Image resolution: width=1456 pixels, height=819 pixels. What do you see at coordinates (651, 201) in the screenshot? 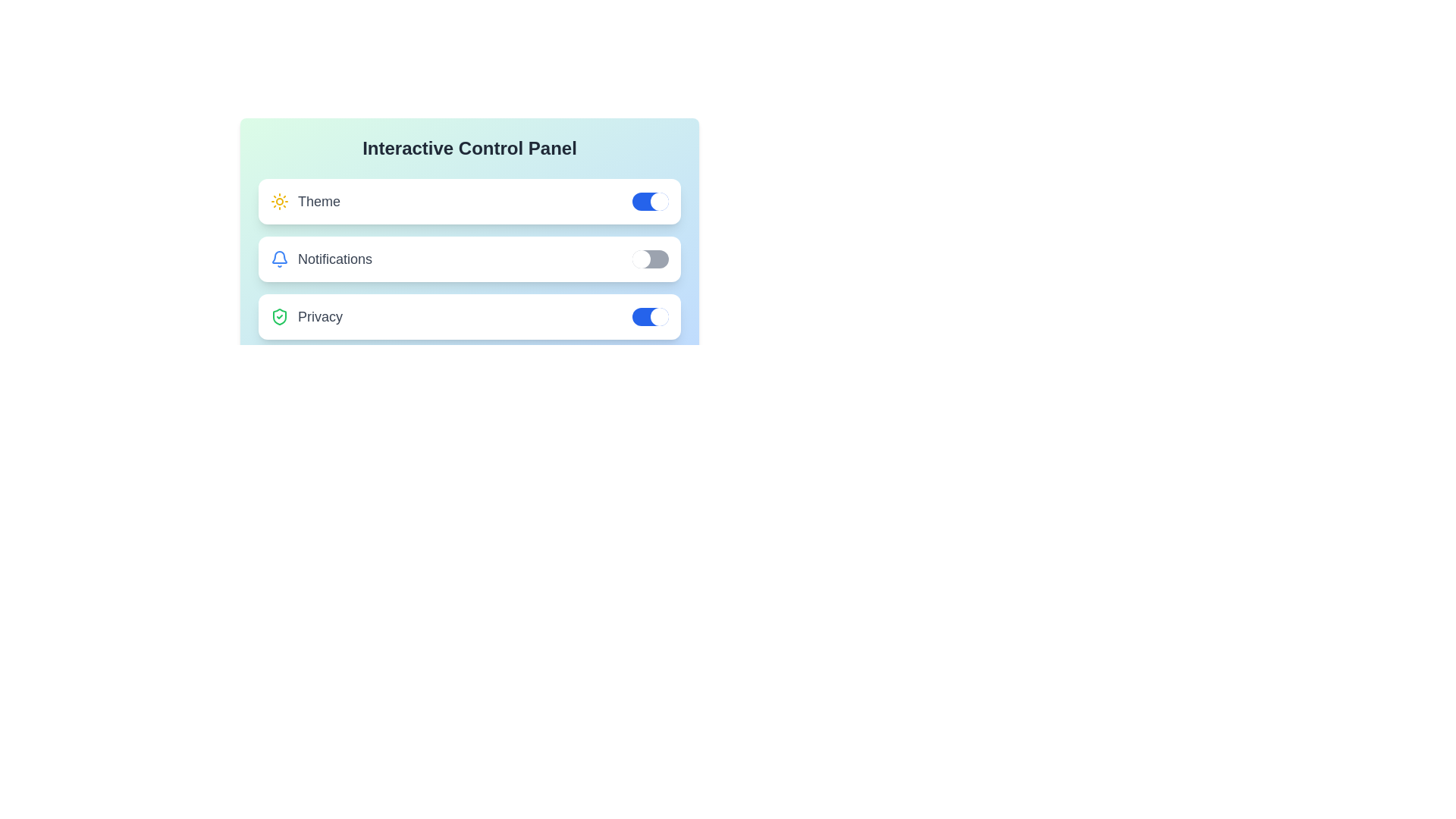
I see `the theme switch to toggle its state` at bounding box center [651, 201].